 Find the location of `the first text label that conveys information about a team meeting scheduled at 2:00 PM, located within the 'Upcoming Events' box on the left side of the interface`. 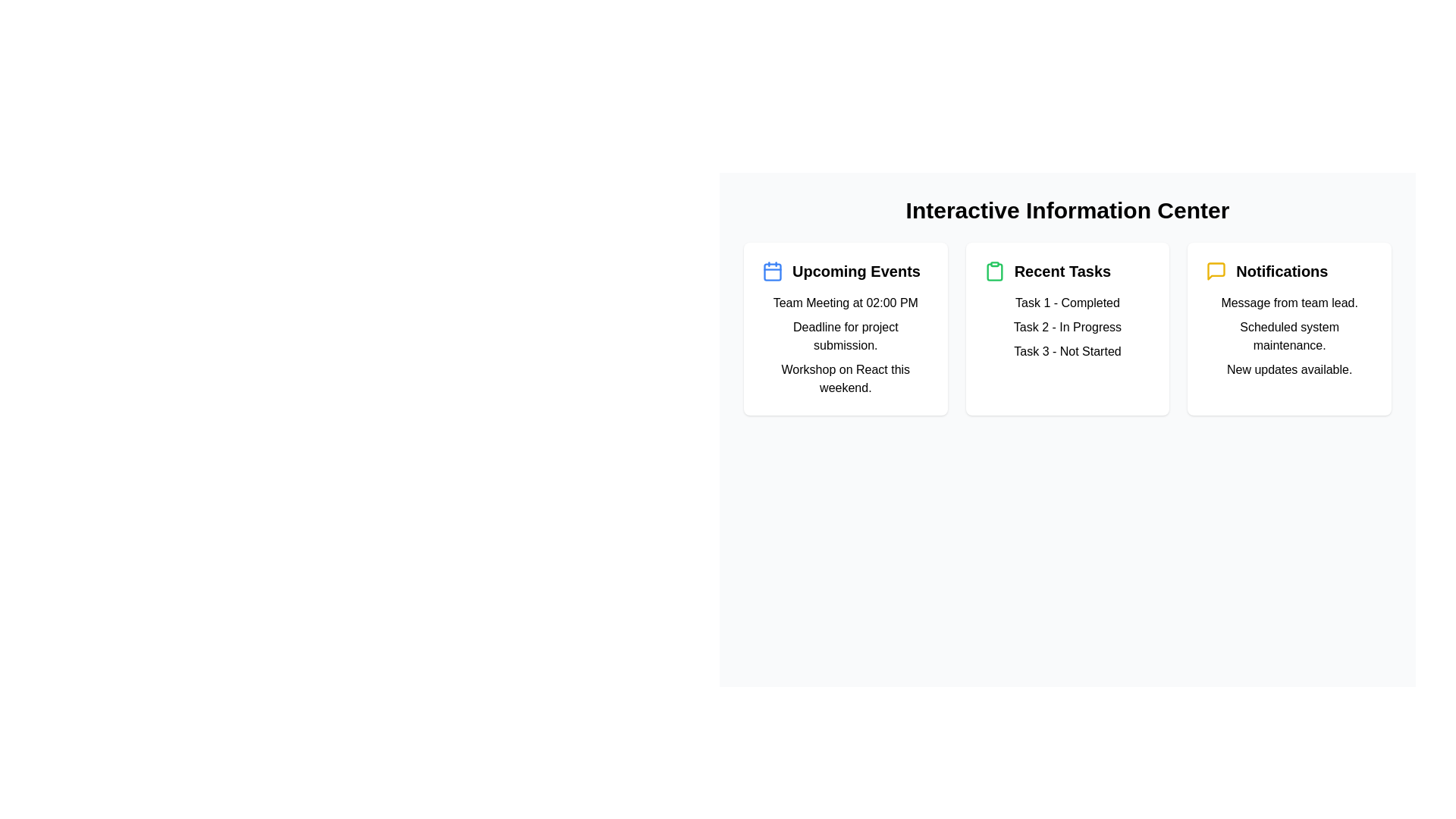

the first text label that conveys information about a team meeting scheduled at 2:00 PM, located within the 'Upcoming Events' box on the left side of the interface is located at coordinates (845, 303).